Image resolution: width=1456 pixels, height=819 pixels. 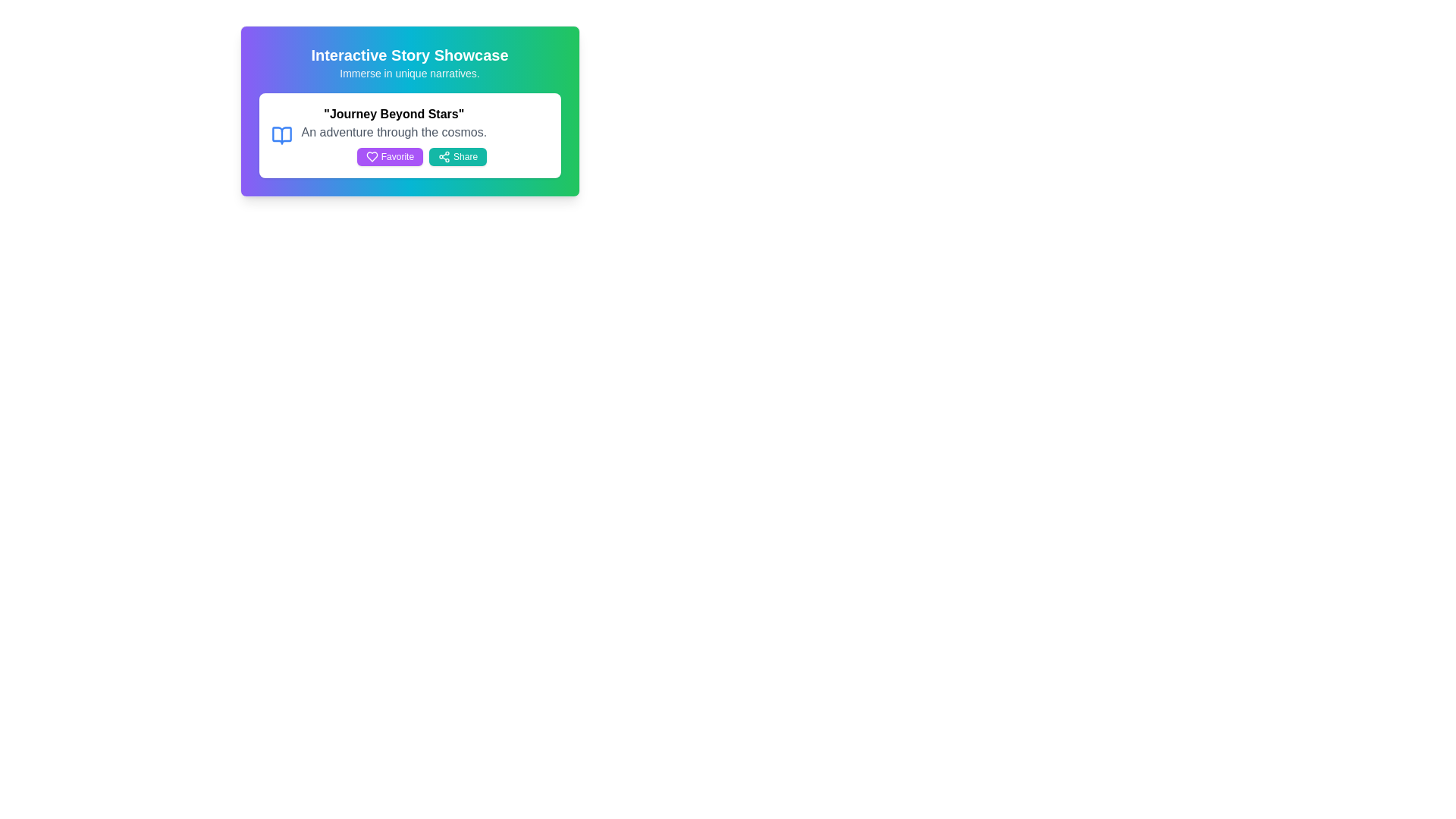 I want to click on the appearance of the 'Favorite' icon located within the rounded rectangular button in the lower-middle section of the main card component, so click(x=372, y=157).